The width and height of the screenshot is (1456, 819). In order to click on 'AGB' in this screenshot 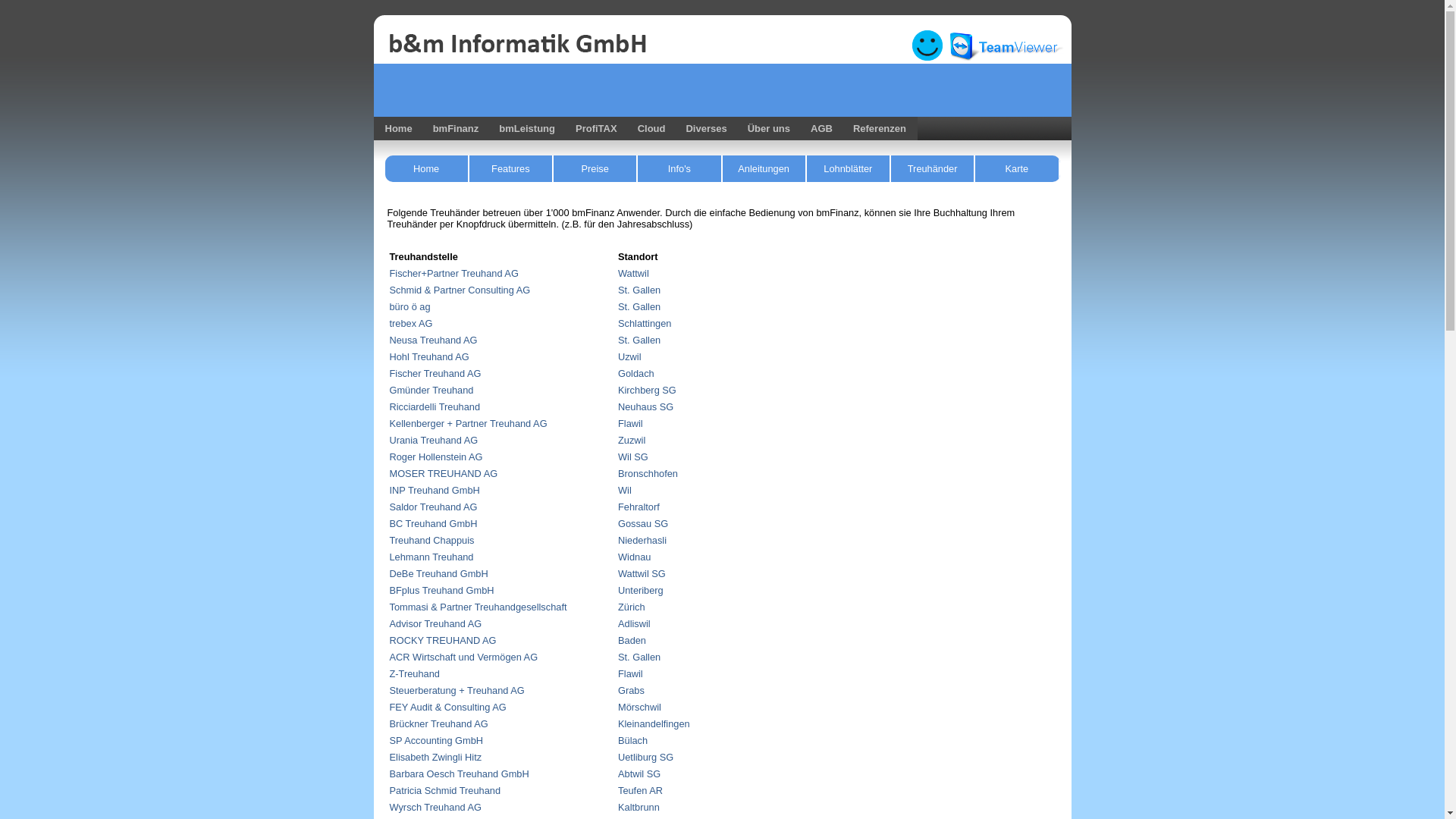, I will do `click(818, 127)`.